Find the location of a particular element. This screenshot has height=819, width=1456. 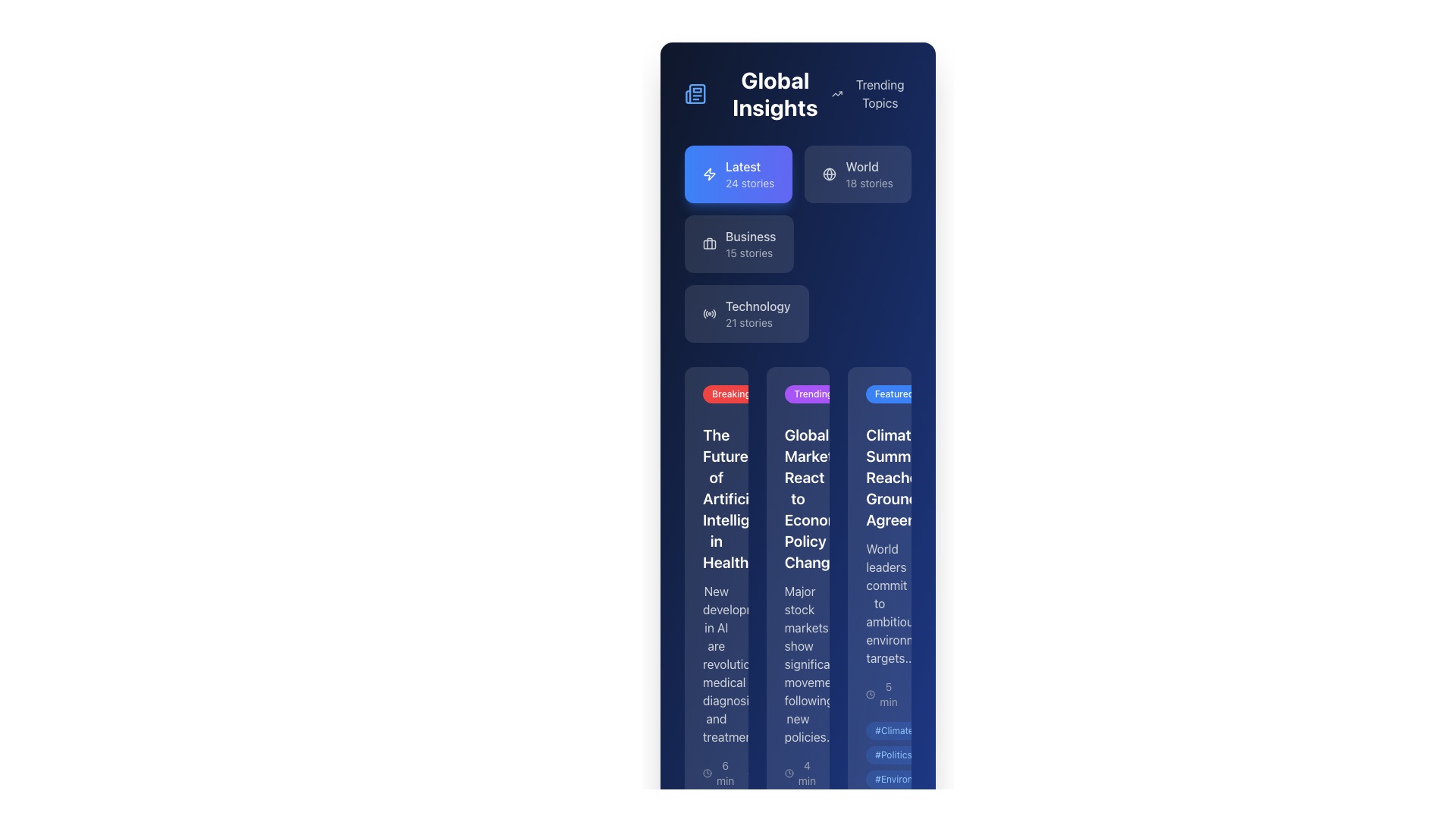

the headline text label of the first news article in the list to read the associated article is located at coordinates (715, 499).